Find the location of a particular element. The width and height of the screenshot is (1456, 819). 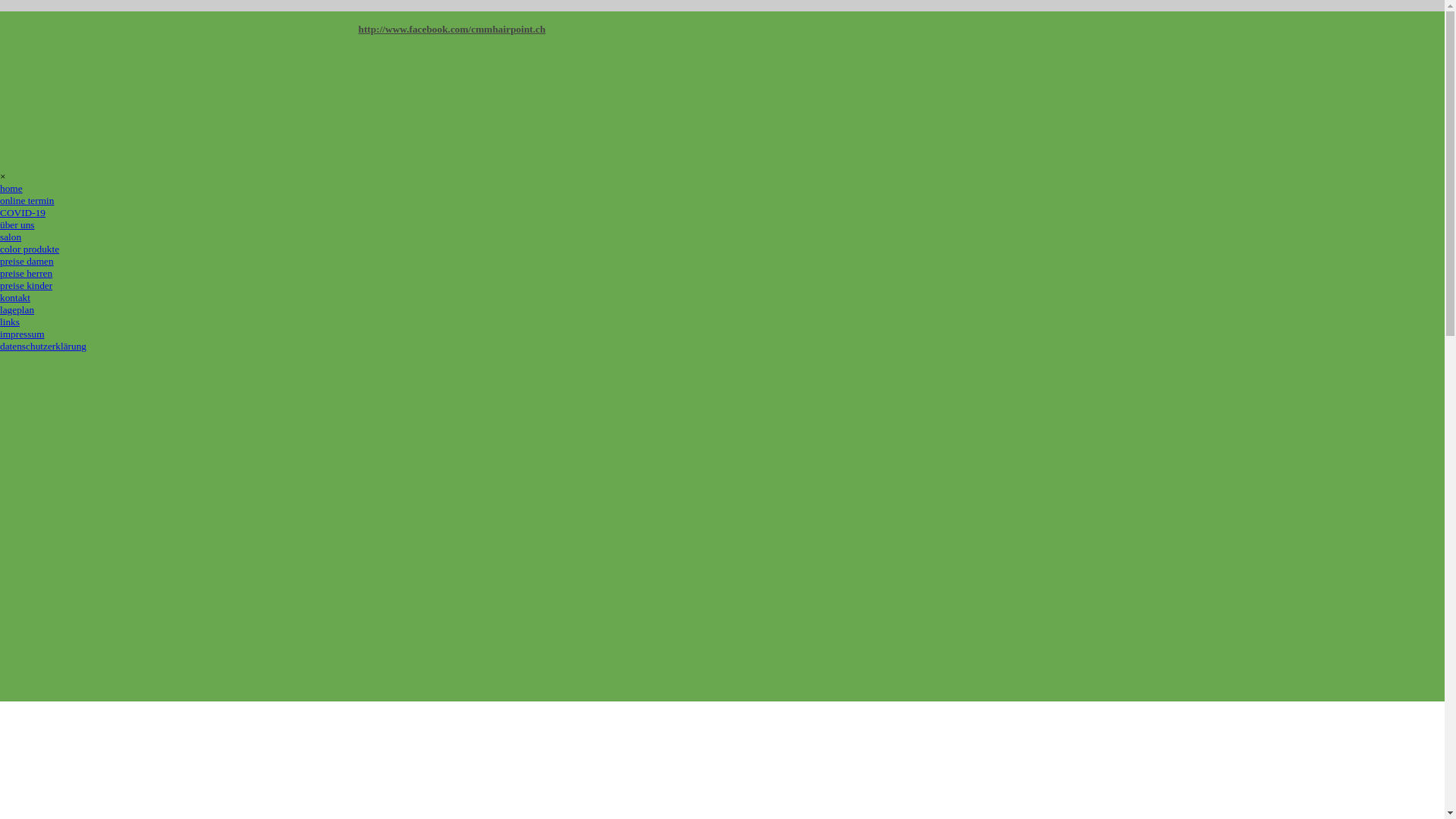

'links' is located at coordinates (10, 321).